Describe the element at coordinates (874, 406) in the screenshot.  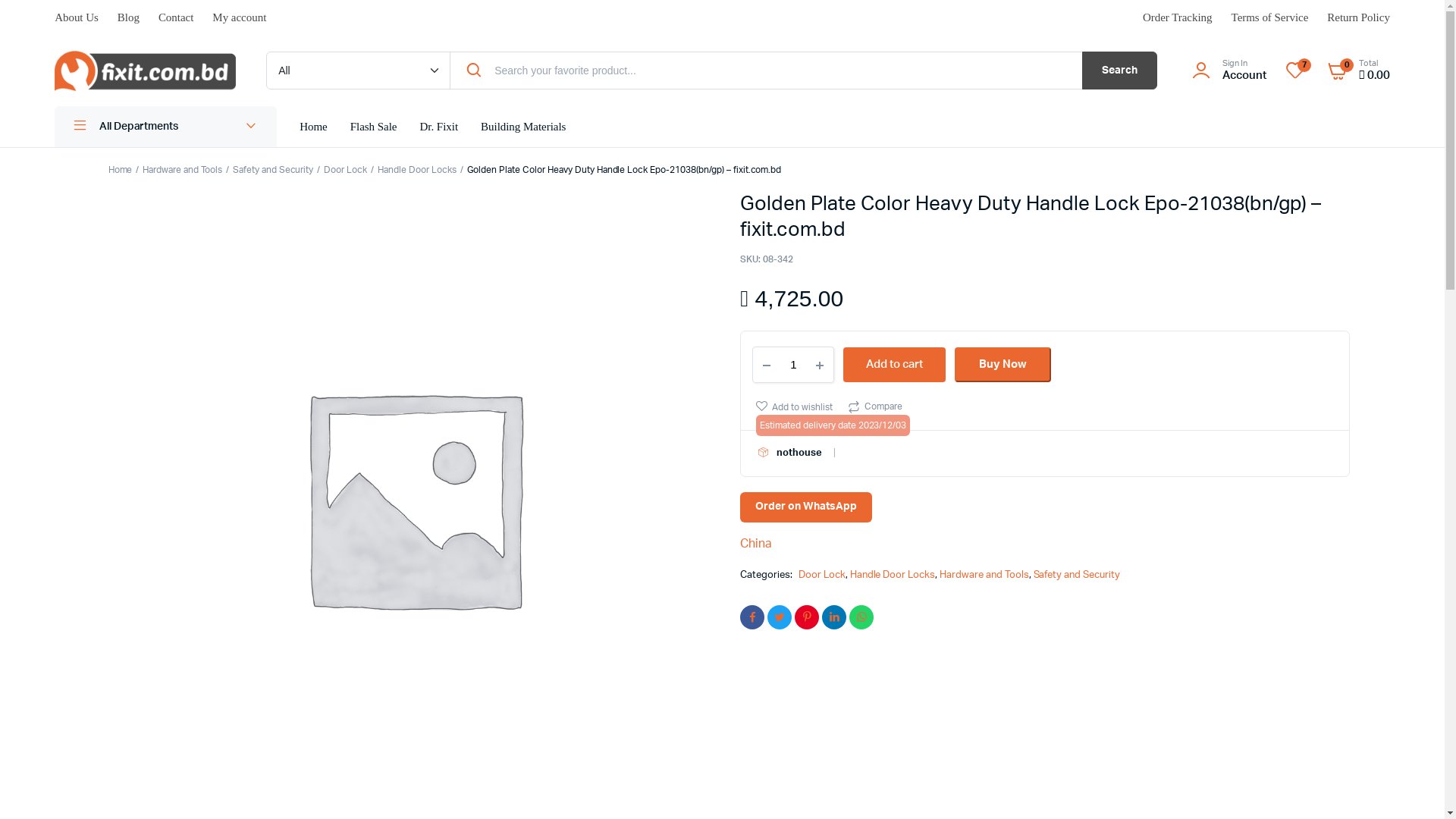
I see `'Compare'` at that location.